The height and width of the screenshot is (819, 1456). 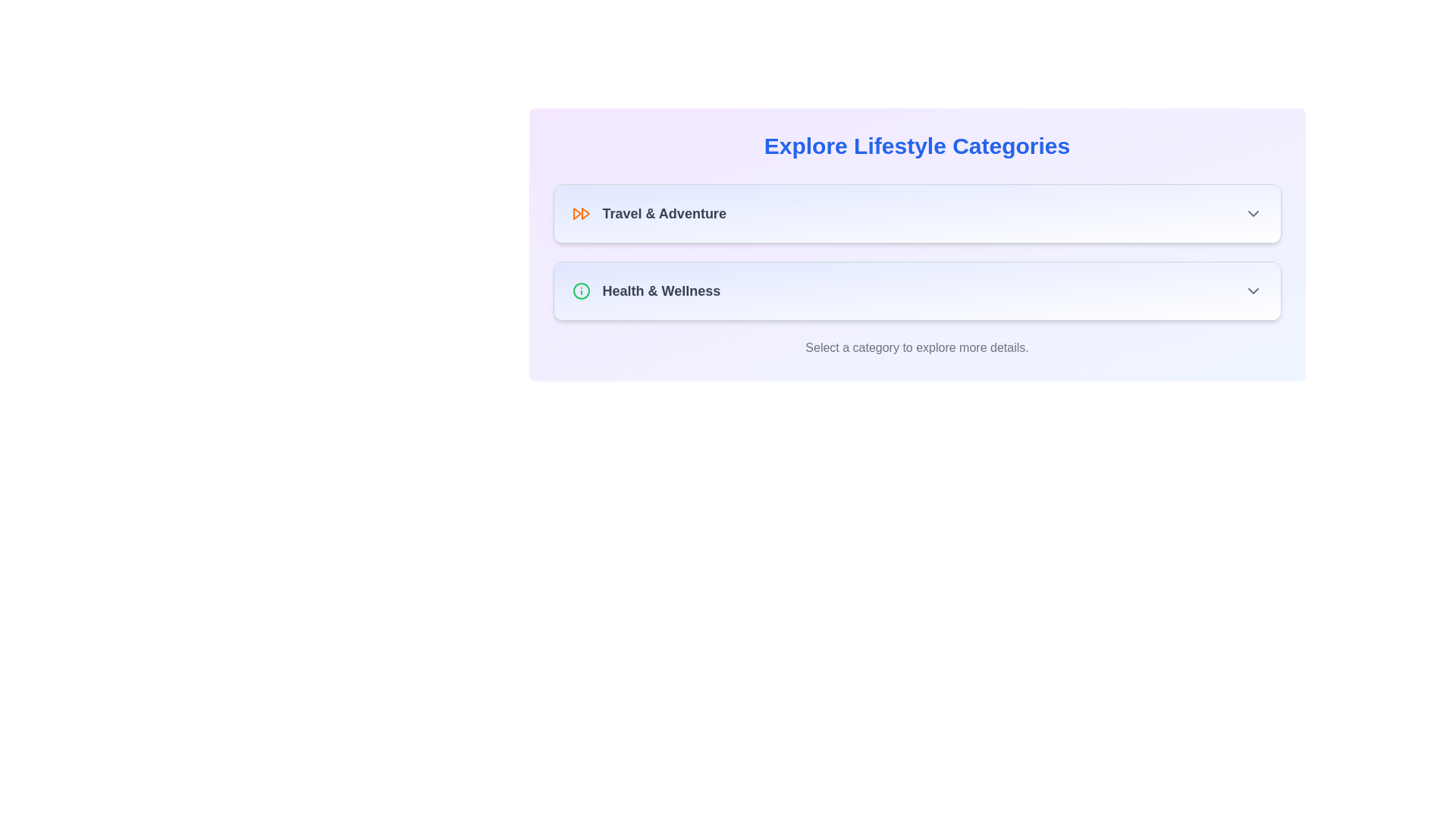 What do you see at coordinates (649, 213) in the screenshot?
I see `the 'Travel & Adventure' text with the double right-facing orange arrows` at bounding box center [649, 213].